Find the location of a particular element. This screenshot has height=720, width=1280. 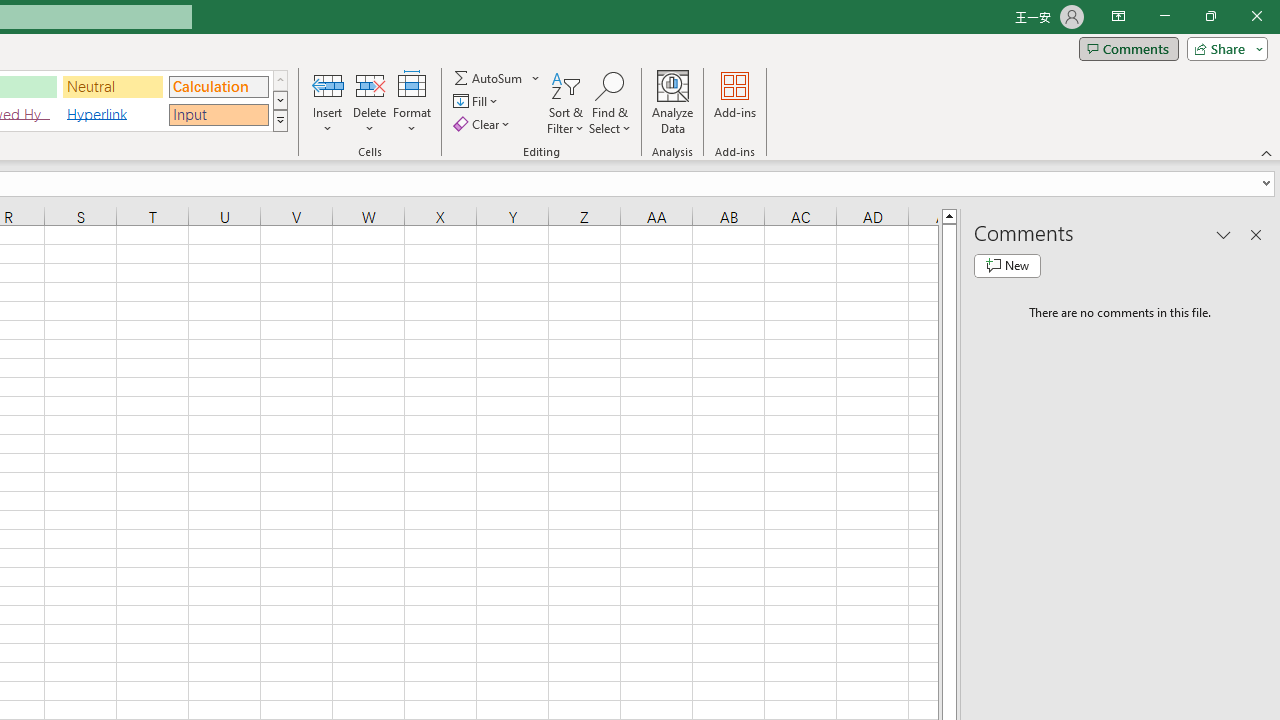

'Row Down' is located at coordinates (279, 100).